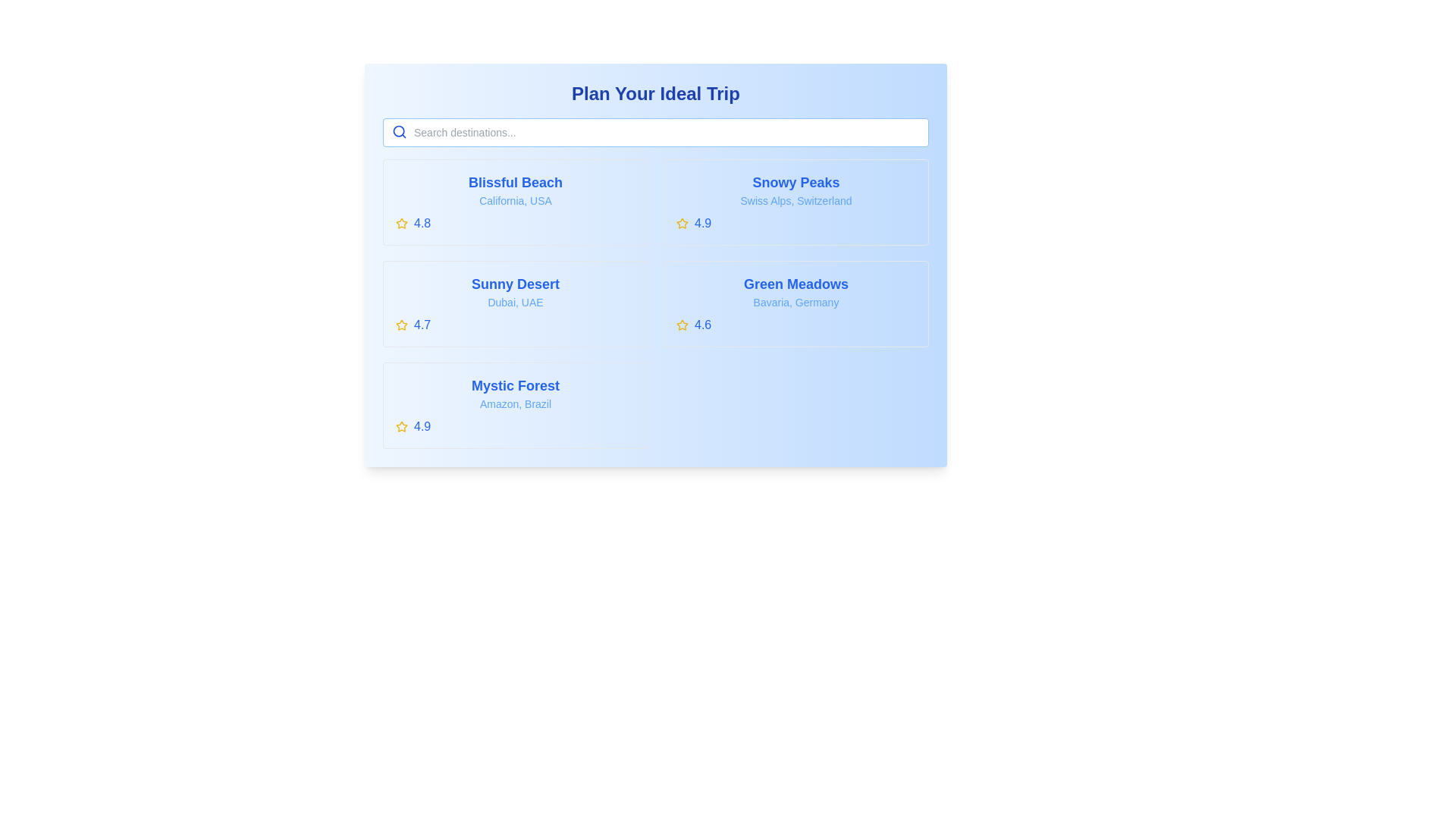 The width and height of the screenshot is (1456, 819). I want to click on the fourth card in the grid layout, so click(795, 304).